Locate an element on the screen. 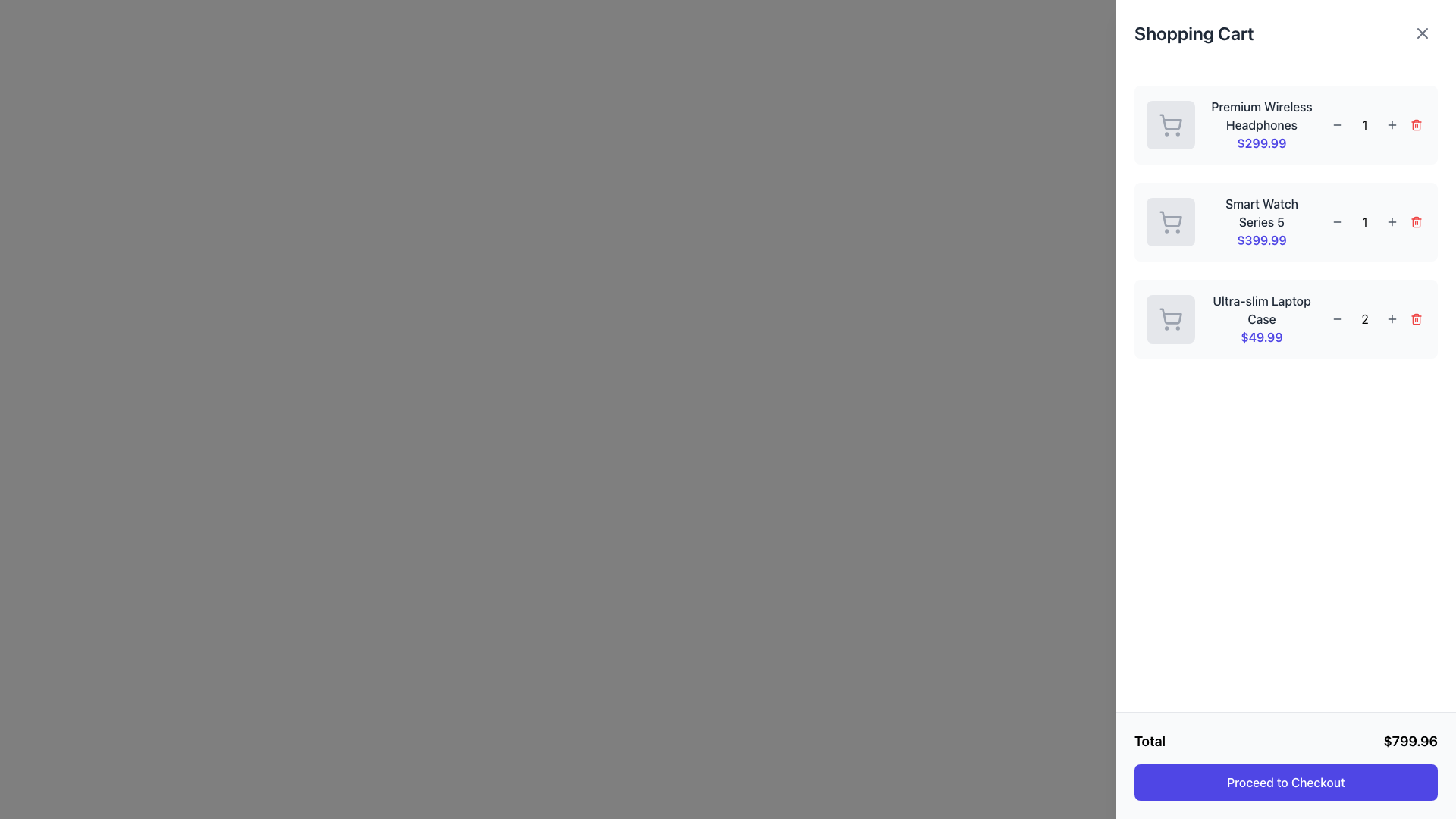 This screenshot has width=1456, height=819. the small button with a gray plus icon in the shopping cart interface to increase the quantity of the 'Smart Watch Series 5' item is located at coordinates (1392, 222).